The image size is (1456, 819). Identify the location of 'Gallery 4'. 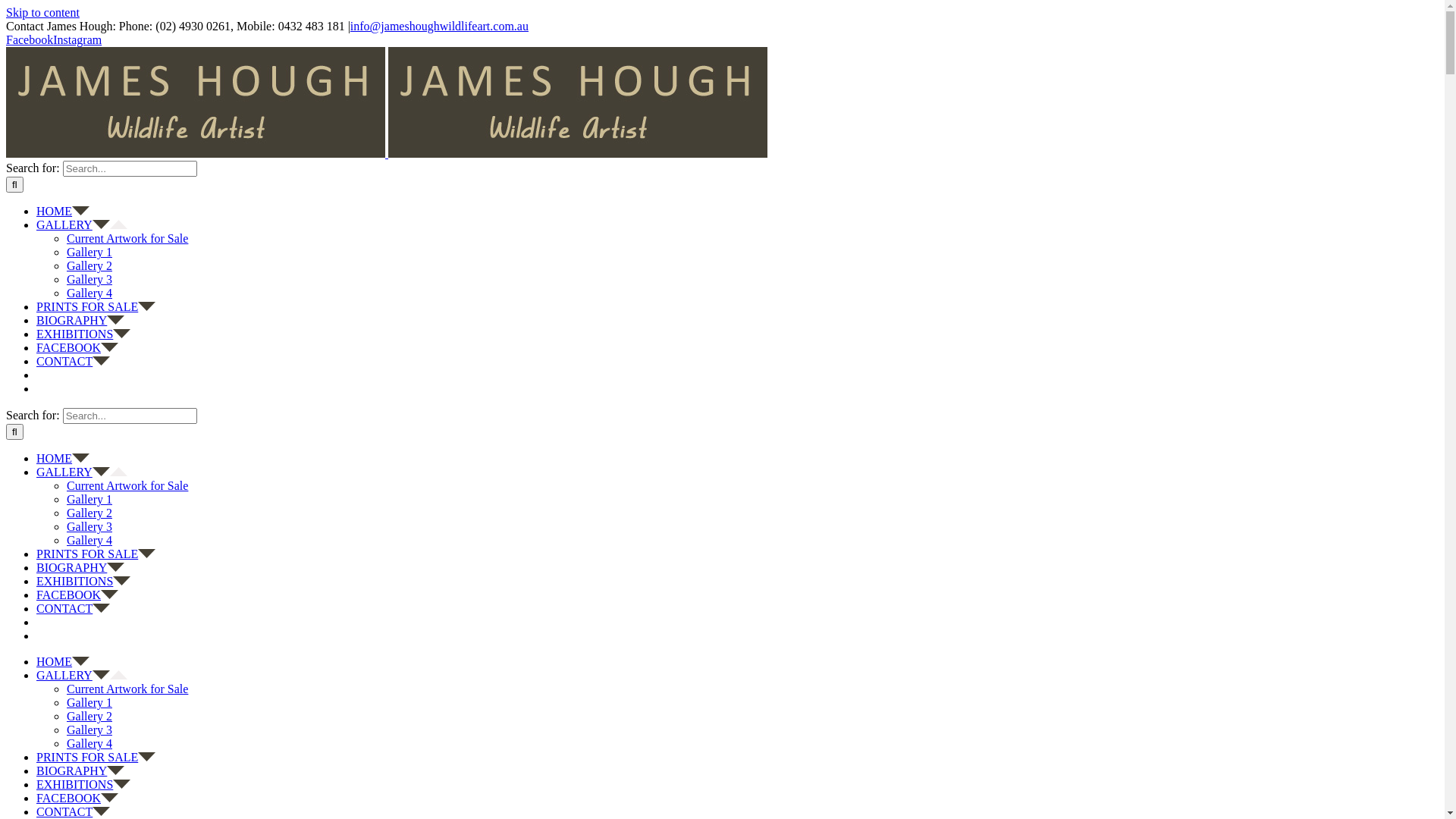
(89, 293).